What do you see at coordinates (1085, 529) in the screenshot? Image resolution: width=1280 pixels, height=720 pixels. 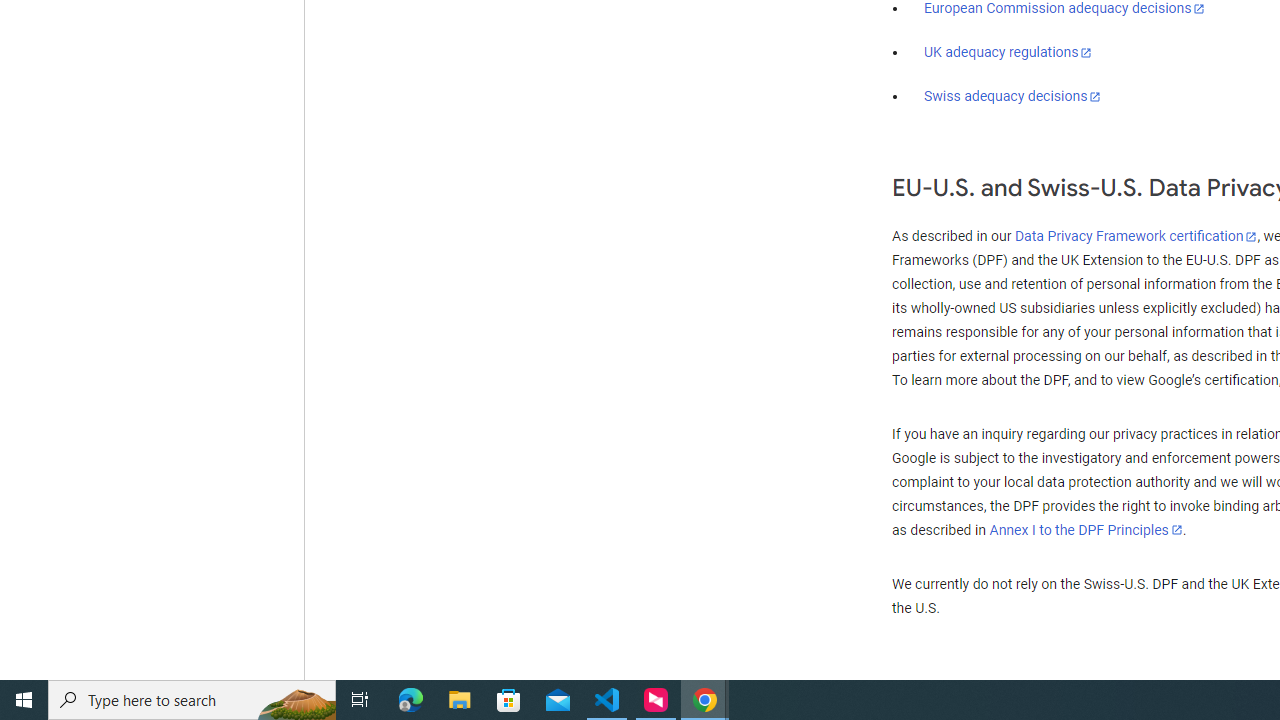 I see `'Annex I to the DPF Principles'` at bounding box center [1085, 529].